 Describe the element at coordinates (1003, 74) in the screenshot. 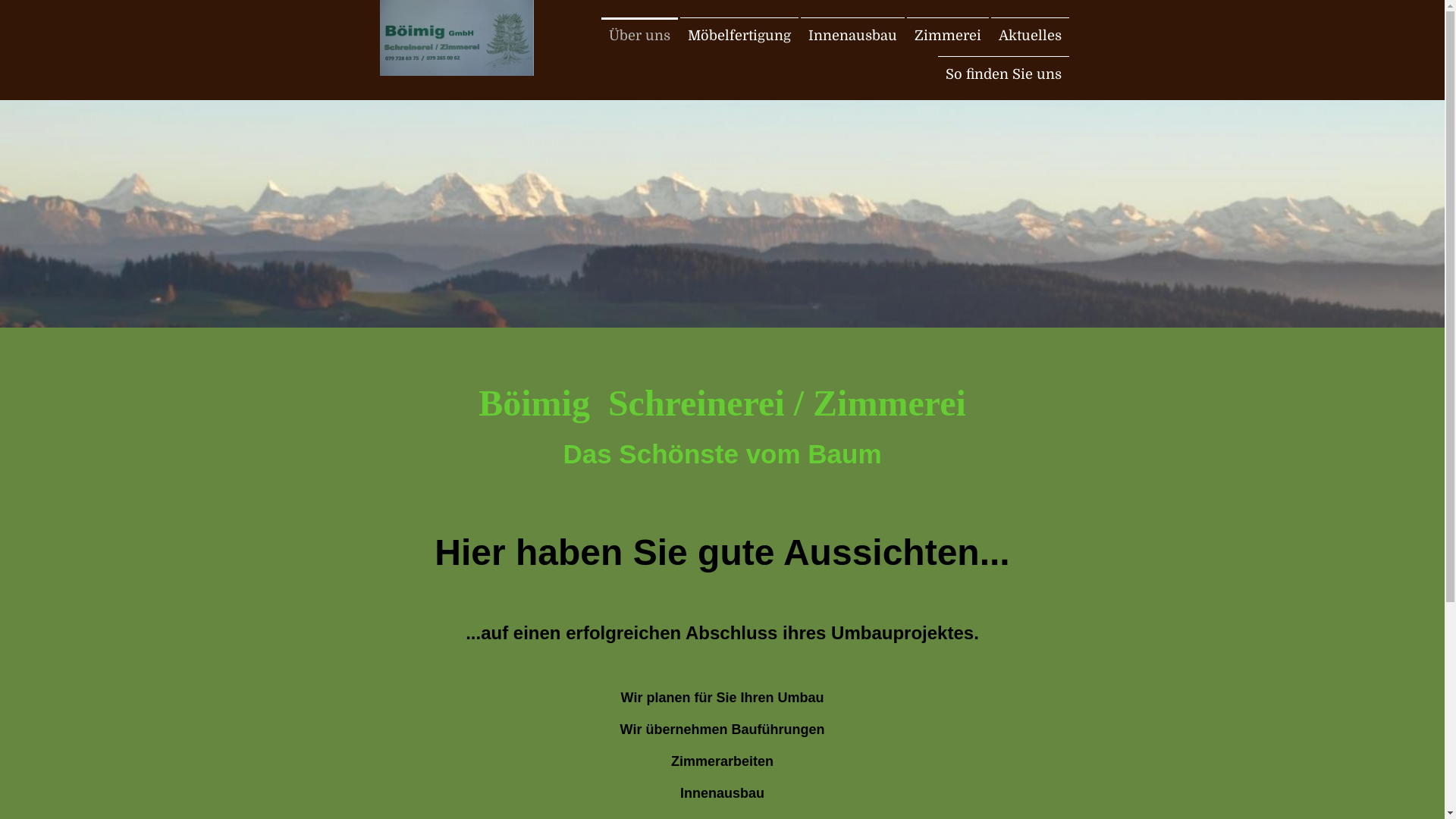

I see `'So finden Sie uns'` at that location.